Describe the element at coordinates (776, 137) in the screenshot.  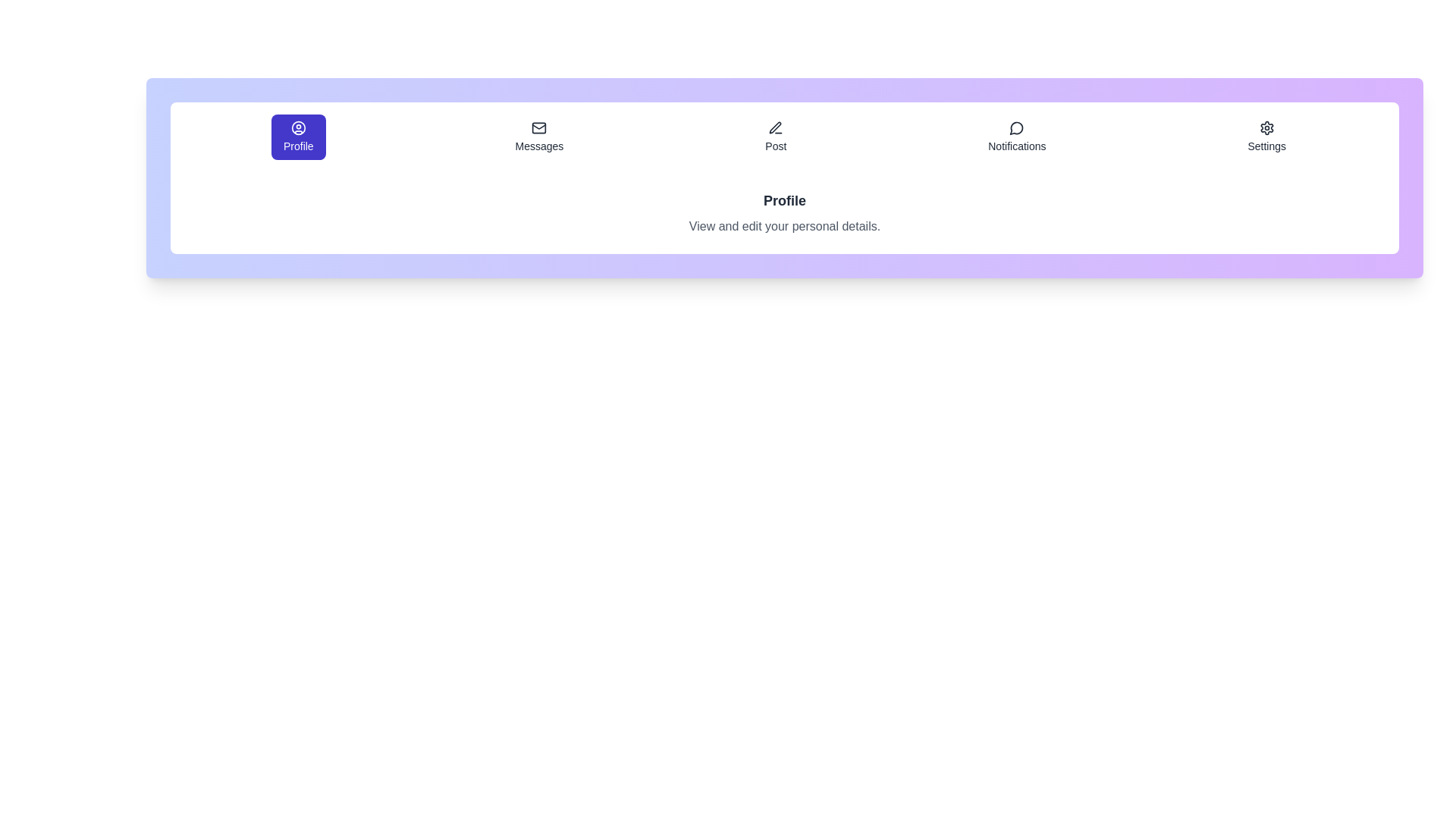
I see `the Post tab by clicking on its button` at that location.